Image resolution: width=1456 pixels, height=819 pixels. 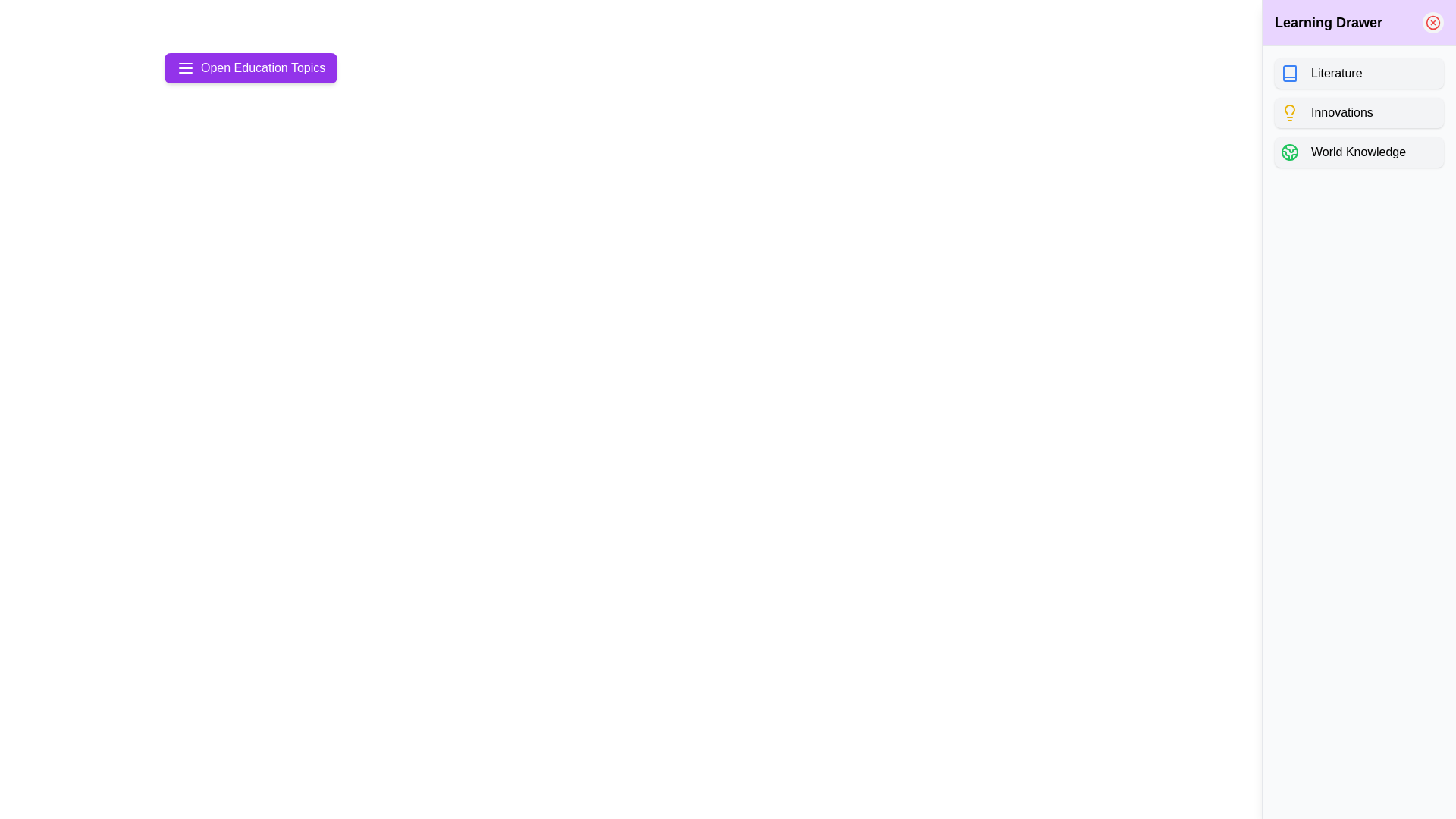 What do you see at coordinates (1432, 23) in the screenshot?
I see `the close icon in the drawer header to close the drawer` at bounding box center [1432, 23].